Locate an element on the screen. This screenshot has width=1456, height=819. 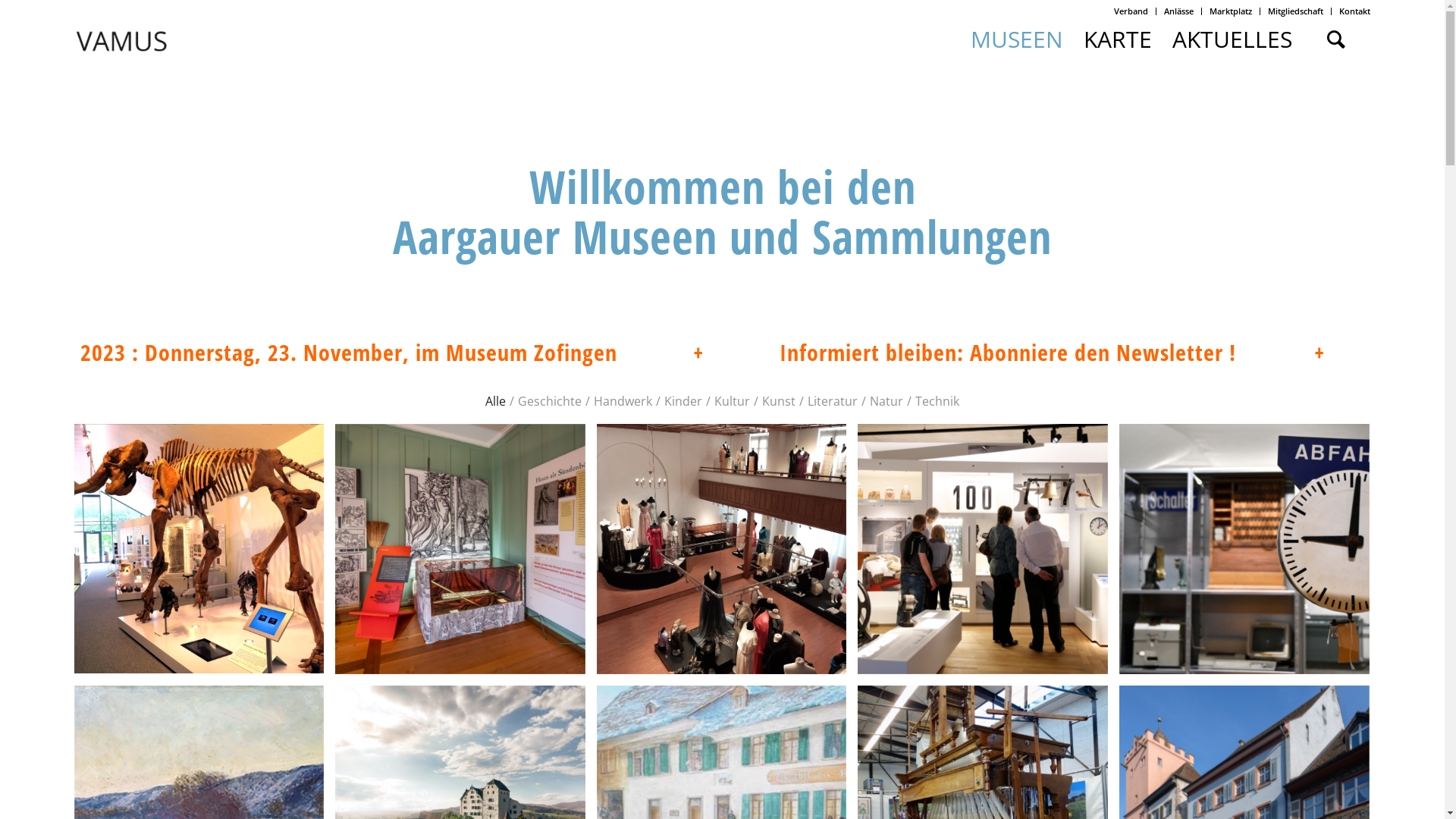
'Literatur' is located at coordinates (832, 381).